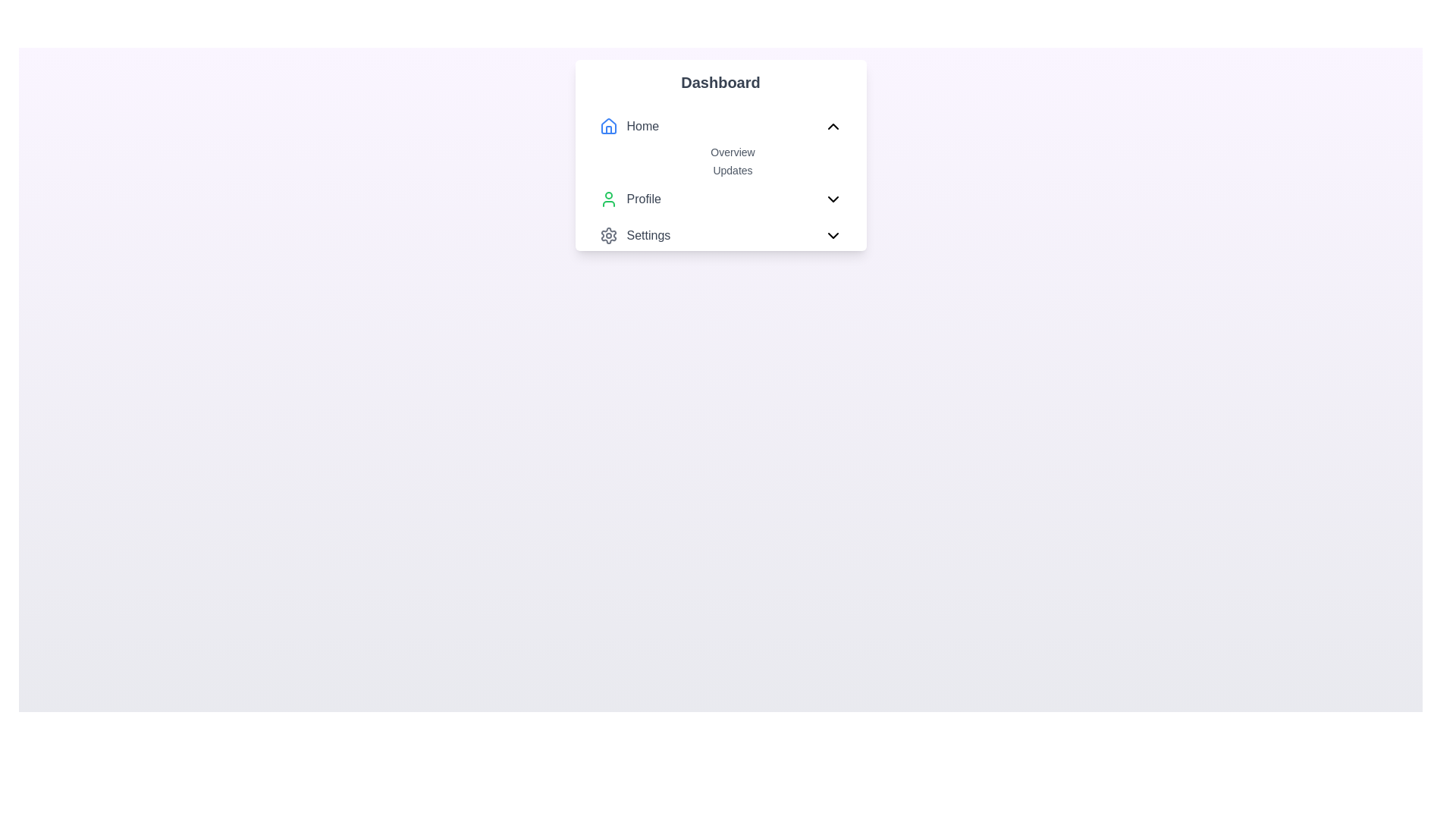 This screenshot has height=819, width=1456. Describe the element at coordinates (720, 236) in the screenshot. I see `the 'Settings' button located under the 'Profile' section` at that location.